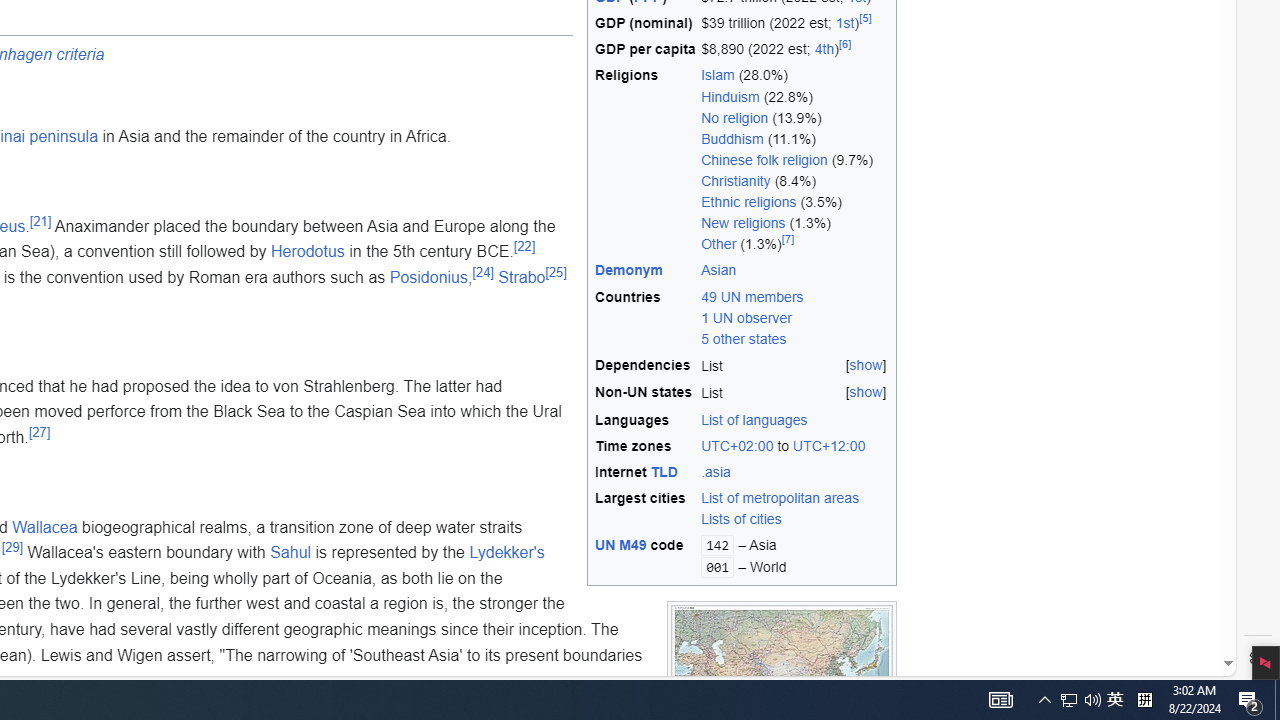  What do you see at coordinates (483, 272) in the screenshot?
I see `'[24]'` at bounding box center [483, 272].